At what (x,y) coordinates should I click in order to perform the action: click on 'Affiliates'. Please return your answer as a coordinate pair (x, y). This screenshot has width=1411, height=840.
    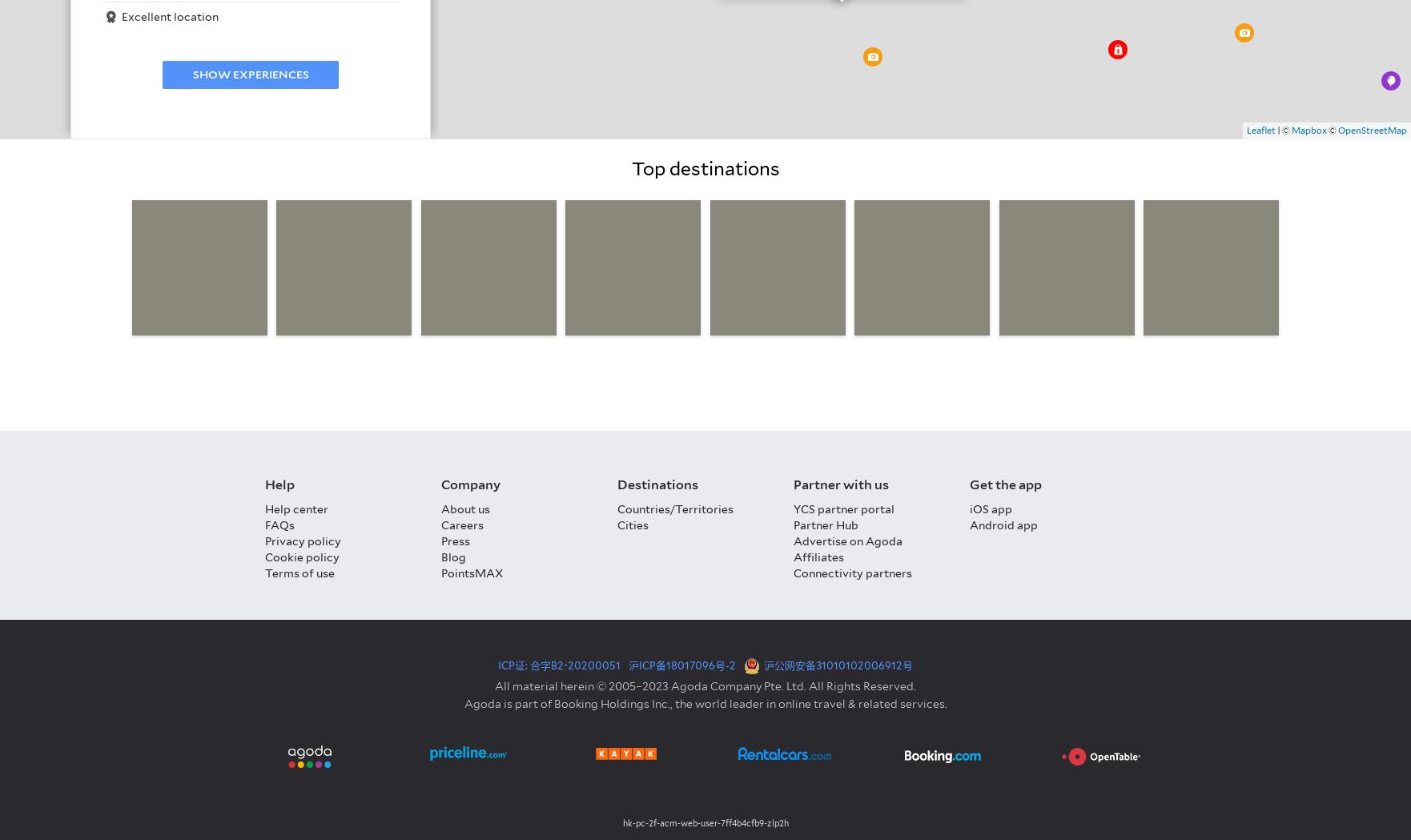
    Looking at the image, I should click on (818, 557).